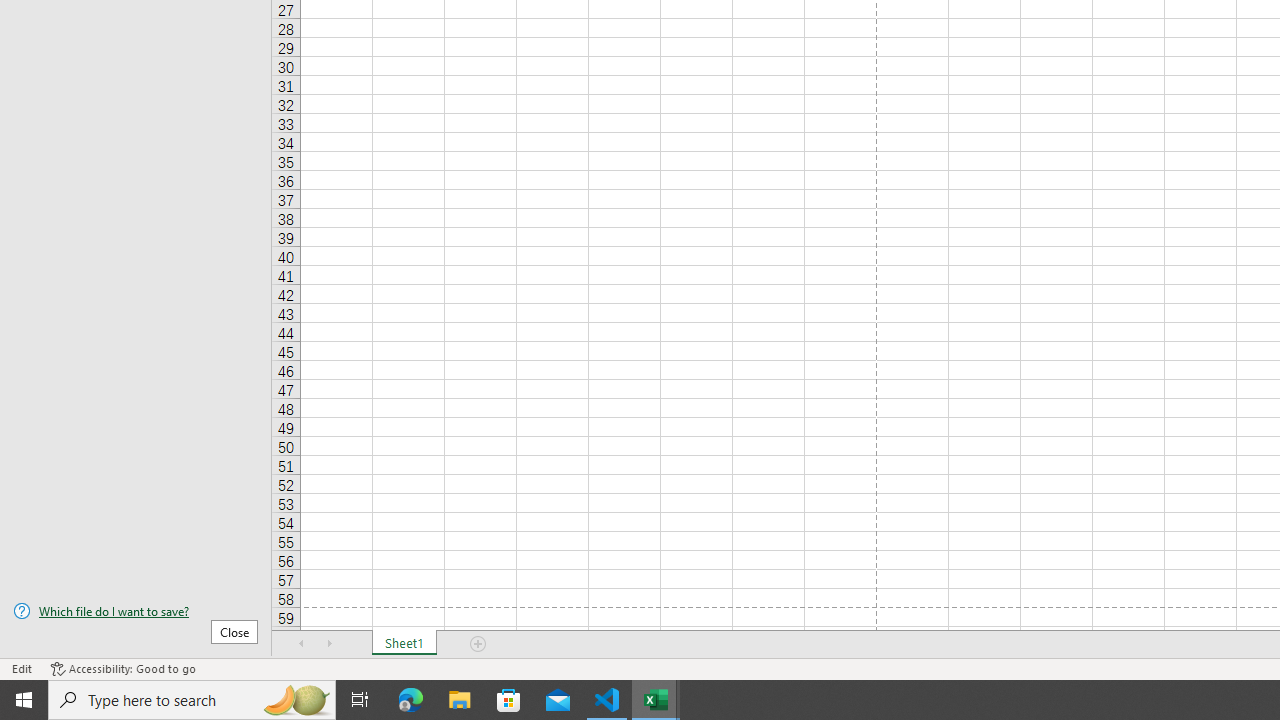 The height and width of the screenshot is (720, 1280). What do you see at coordinates (122, 669) in the screenshot?
I see `'Accessibility Checker Accessibility: Good to go'` at bounding box center [122, 669].